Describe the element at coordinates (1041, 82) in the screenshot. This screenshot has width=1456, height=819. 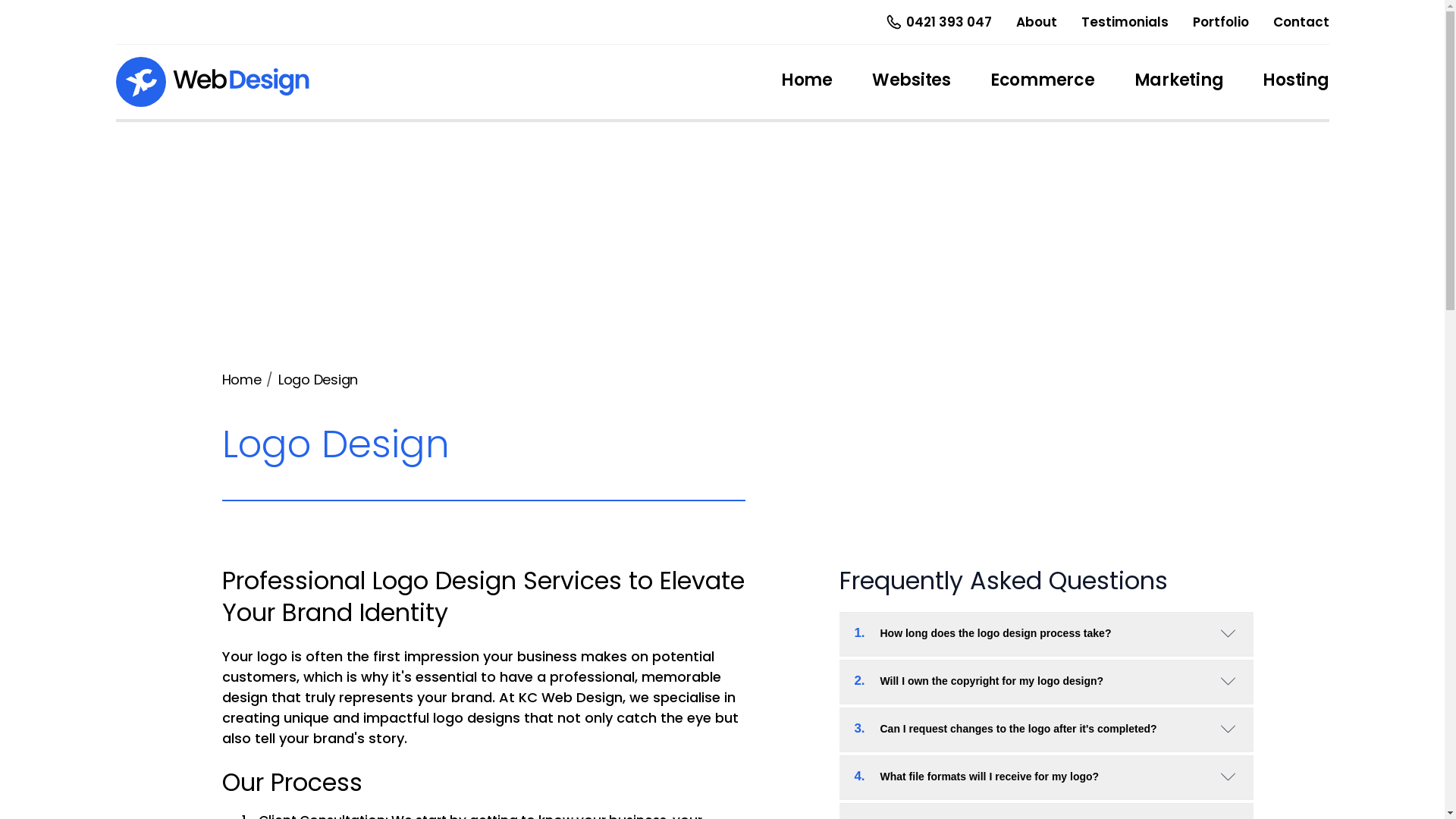
I see `'Ecommerce'` at that location.